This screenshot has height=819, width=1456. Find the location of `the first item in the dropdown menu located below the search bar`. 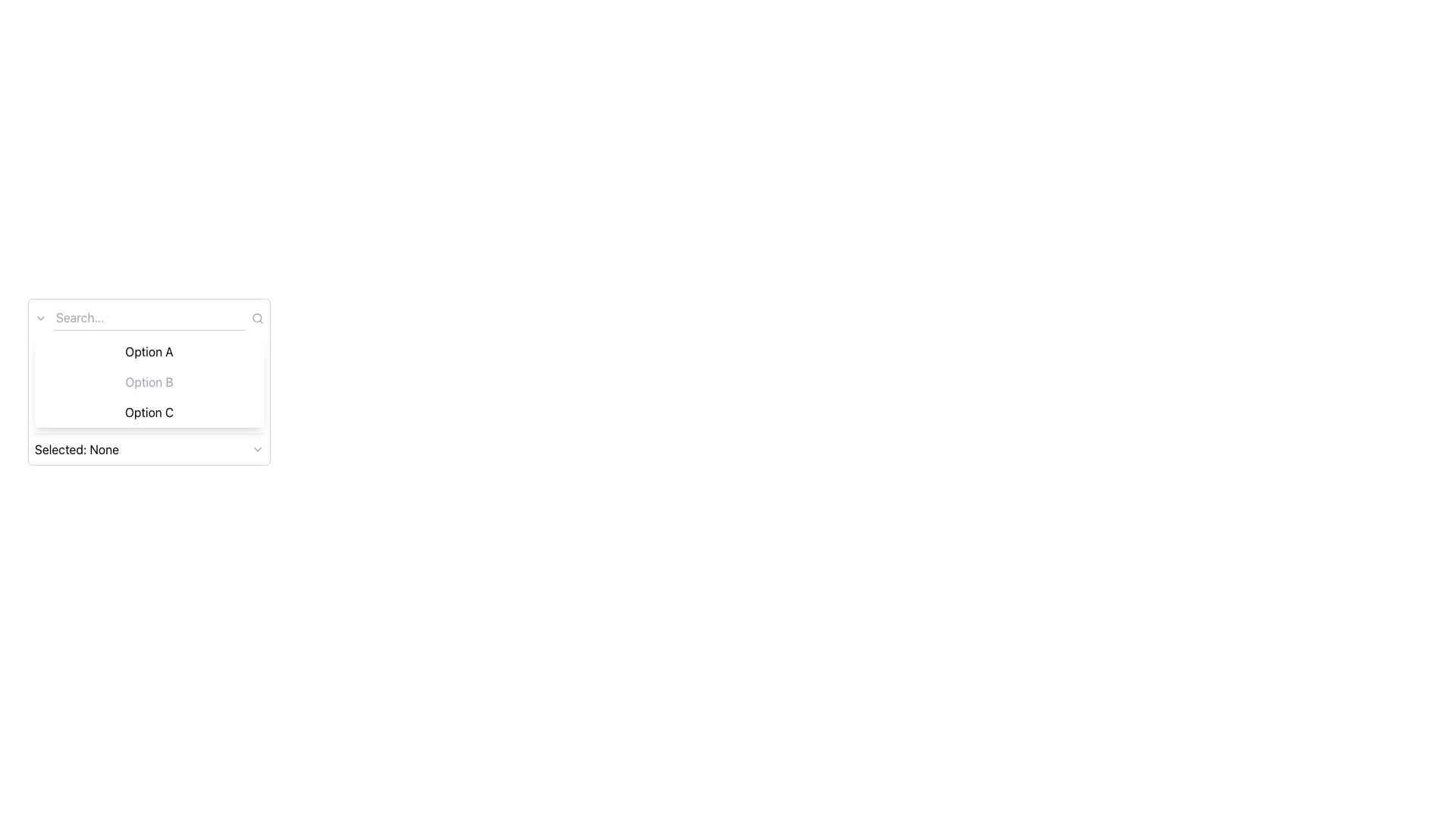

the first item in the dropdown menu located below the search bar is located at coordinates (149, 351).